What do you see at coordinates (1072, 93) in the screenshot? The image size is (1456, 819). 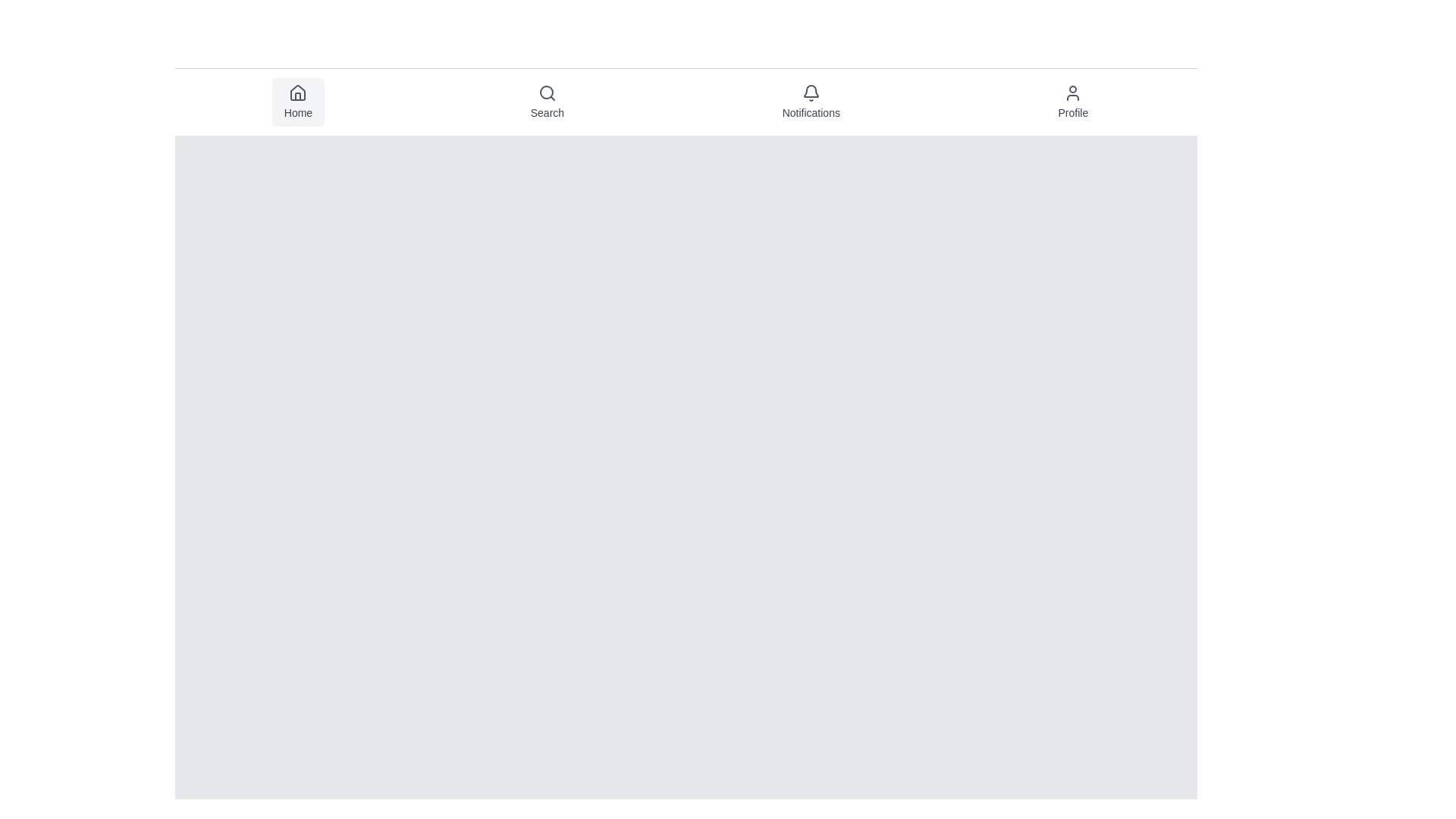 I see `the user profile icon, which is gray, circular, and located above the 'Profile' text in the navigation bar` at bounding box center [1072, 93].